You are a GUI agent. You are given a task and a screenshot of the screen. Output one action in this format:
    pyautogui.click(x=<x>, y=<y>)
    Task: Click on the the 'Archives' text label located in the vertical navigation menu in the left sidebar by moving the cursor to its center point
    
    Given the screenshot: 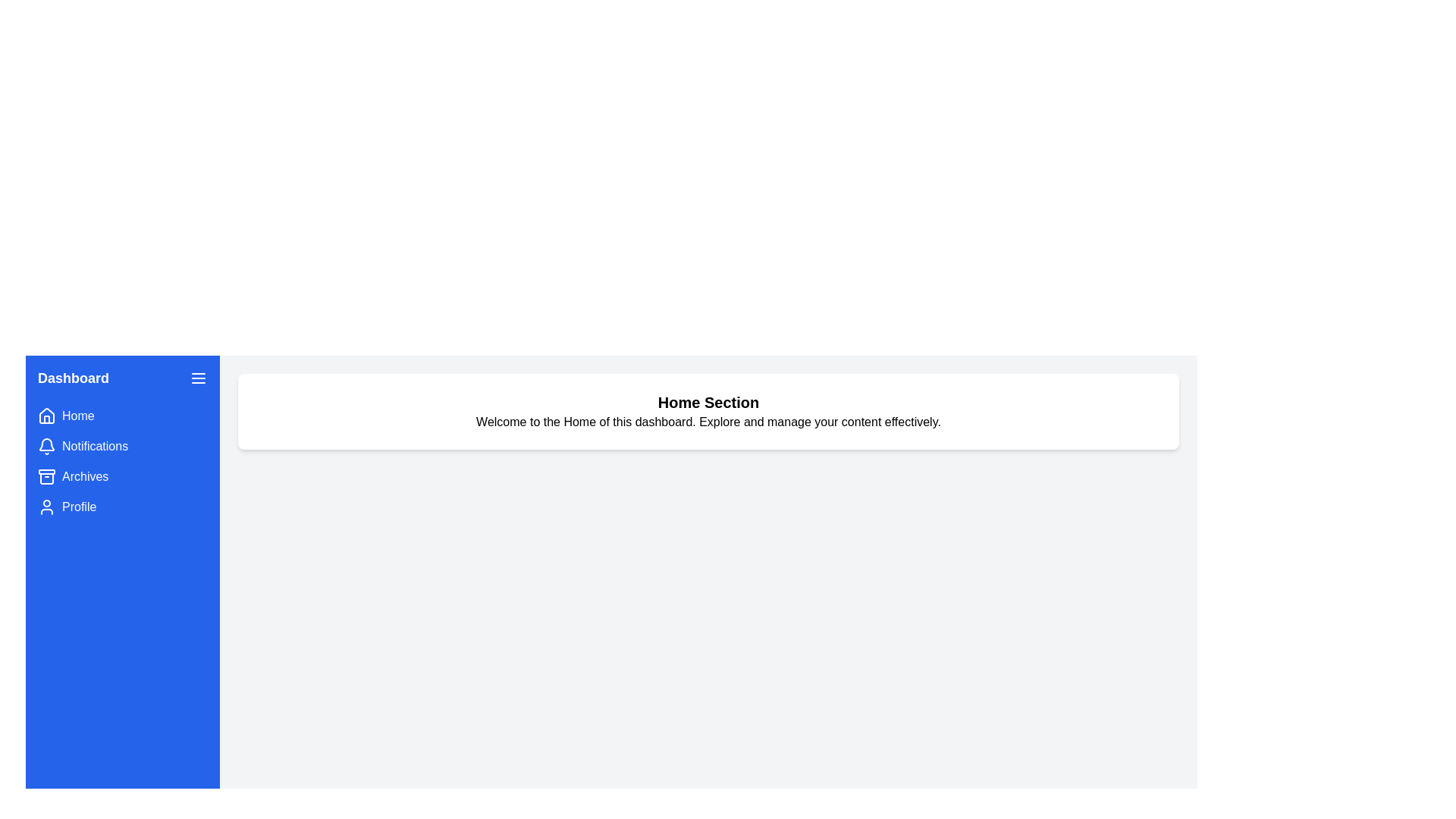 What is the action you would take?
    pyautogui.click(x=84, y=475)
    